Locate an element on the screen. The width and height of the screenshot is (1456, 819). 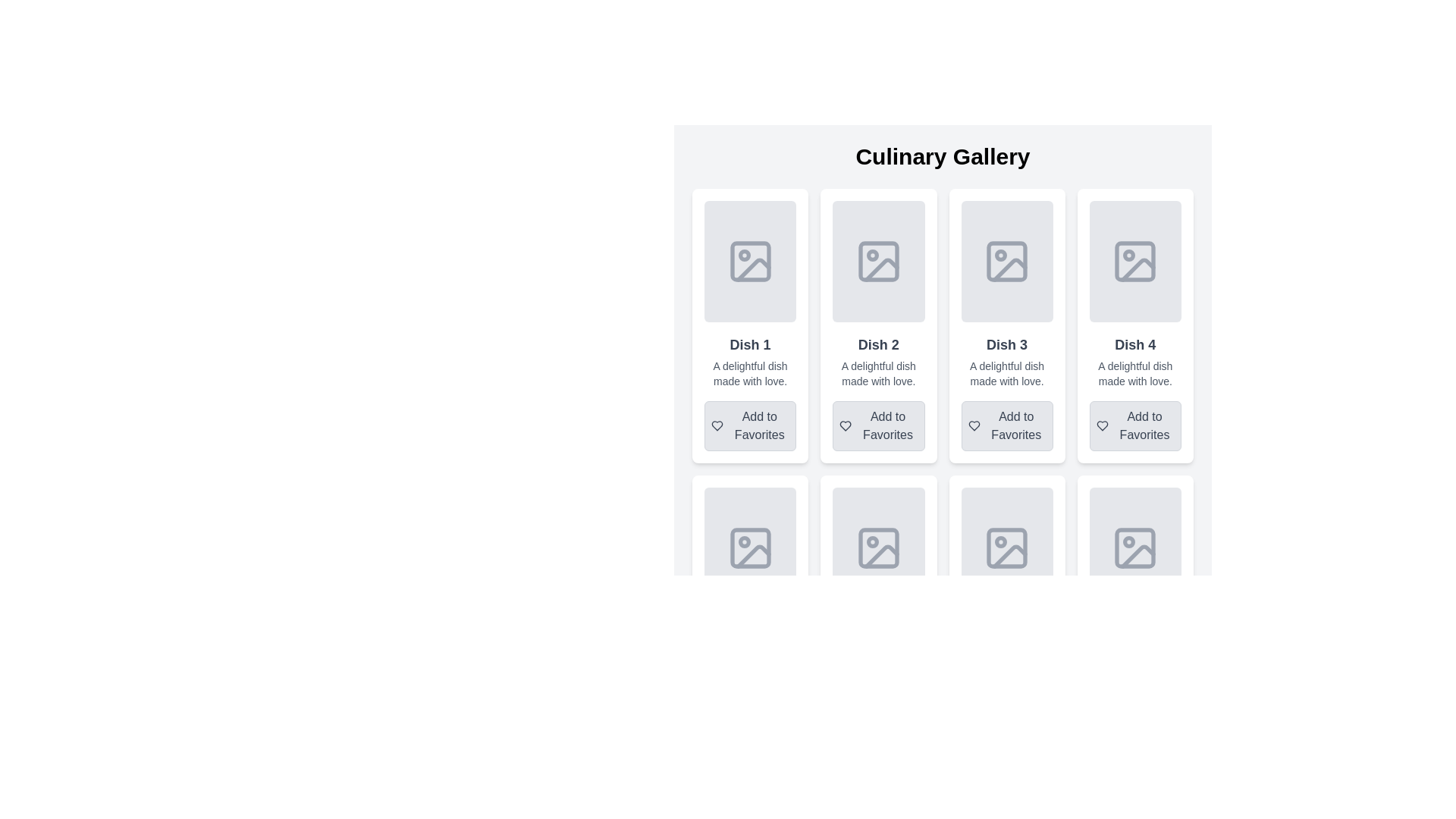
the grayscale image icon located at the top-center of the 'Dish 1' card in the Culinary Gallery grid interface is located at coordinates (750, 260).